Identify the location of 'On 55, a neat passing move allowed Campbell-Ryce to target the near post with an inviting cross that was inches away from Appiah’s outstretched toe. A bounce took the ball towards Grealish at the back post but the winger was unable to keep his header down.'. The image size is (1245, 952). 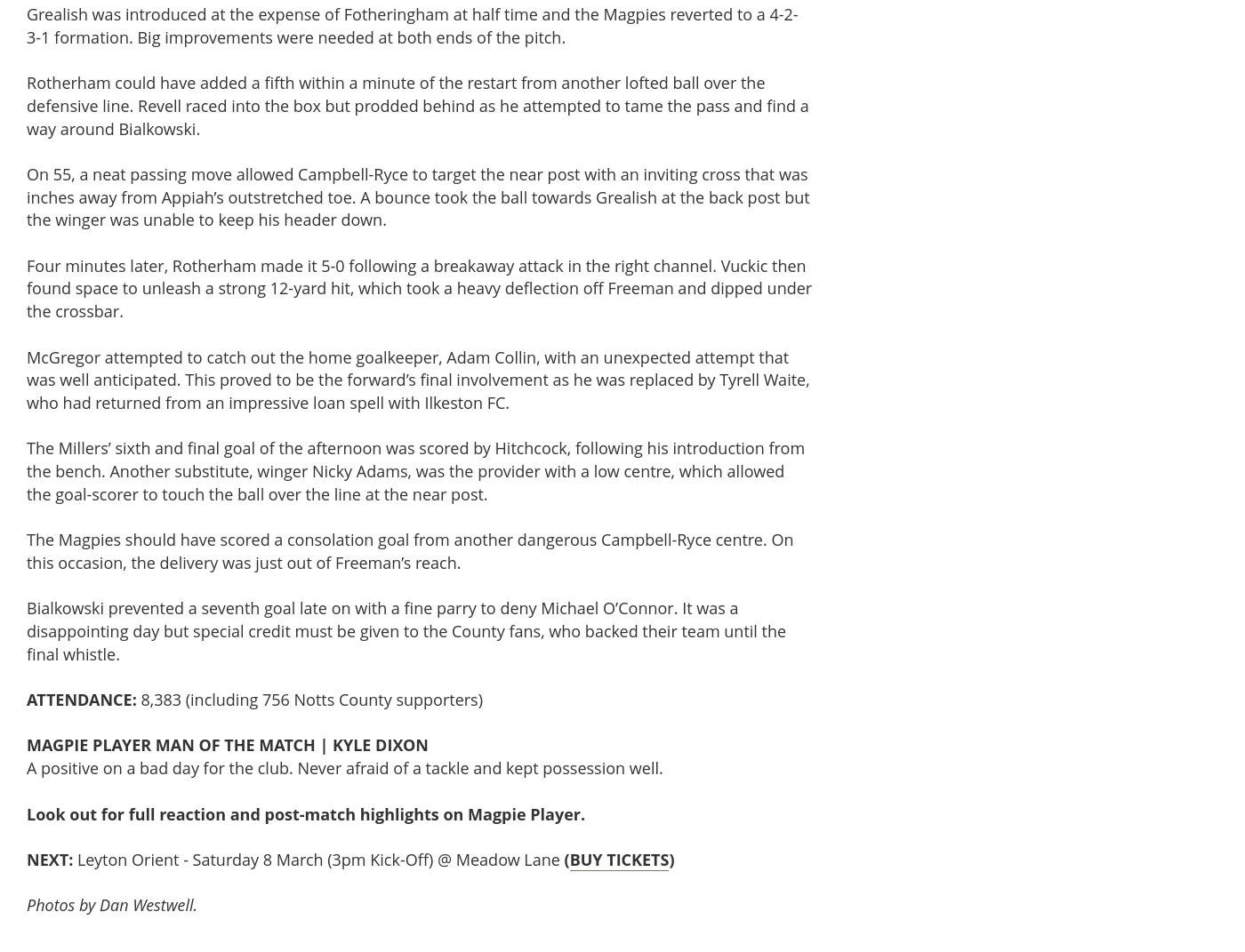
(25, 195).